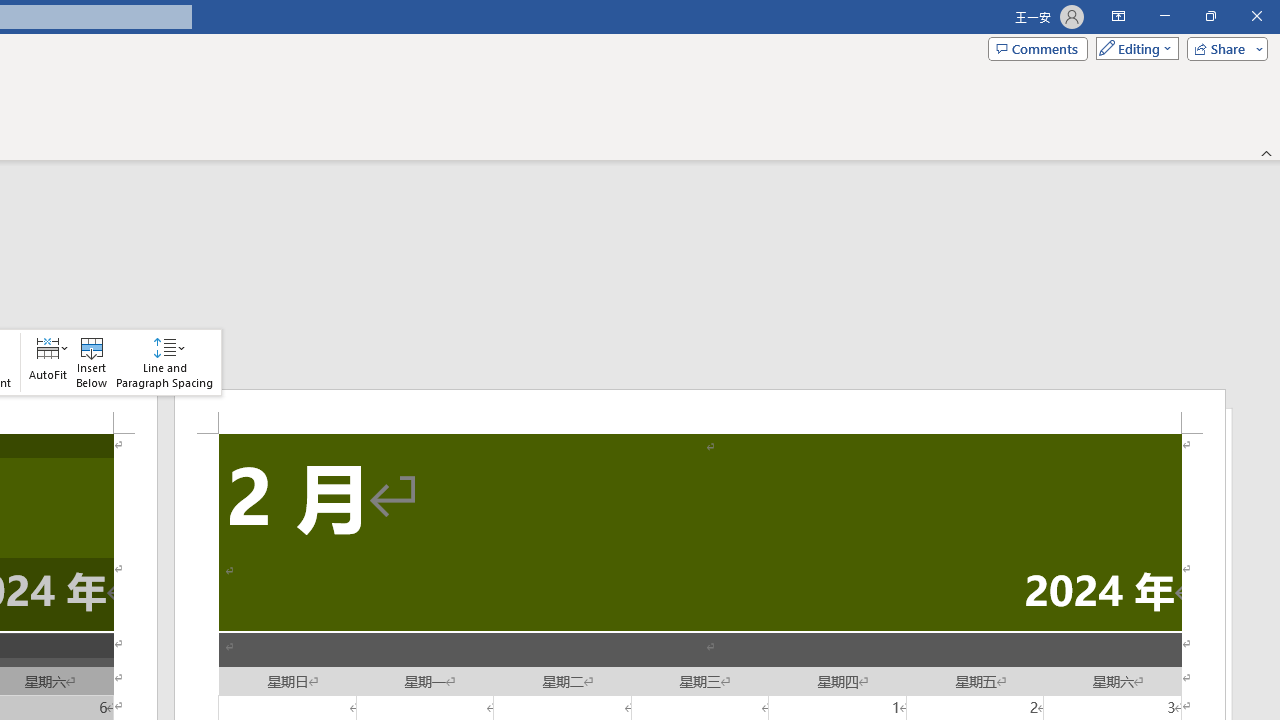  I want to click on 'Insert Below', so click(91, 362).